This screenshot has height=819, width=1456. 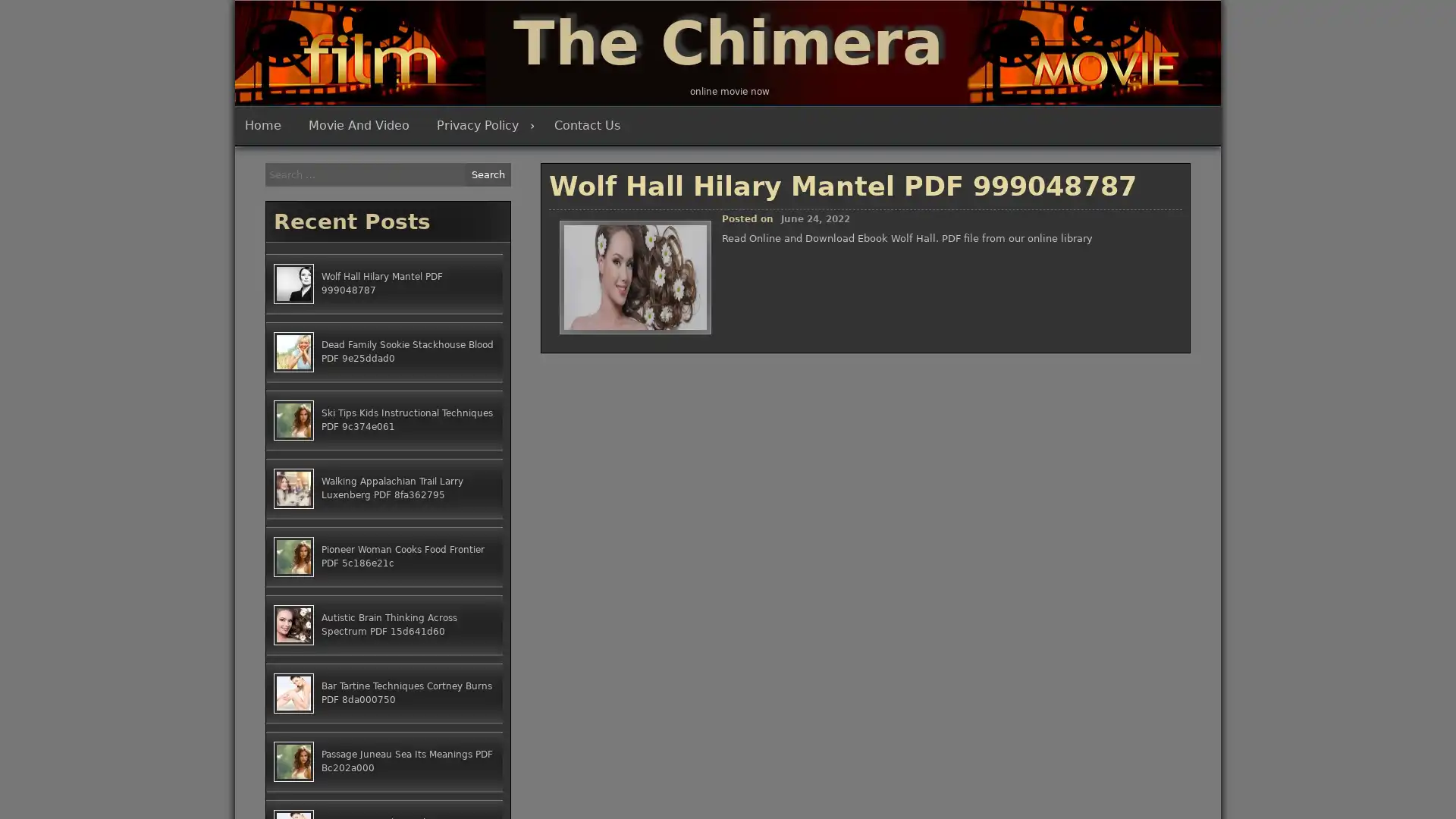 I want to click on Search, so click(x=488, y=174).